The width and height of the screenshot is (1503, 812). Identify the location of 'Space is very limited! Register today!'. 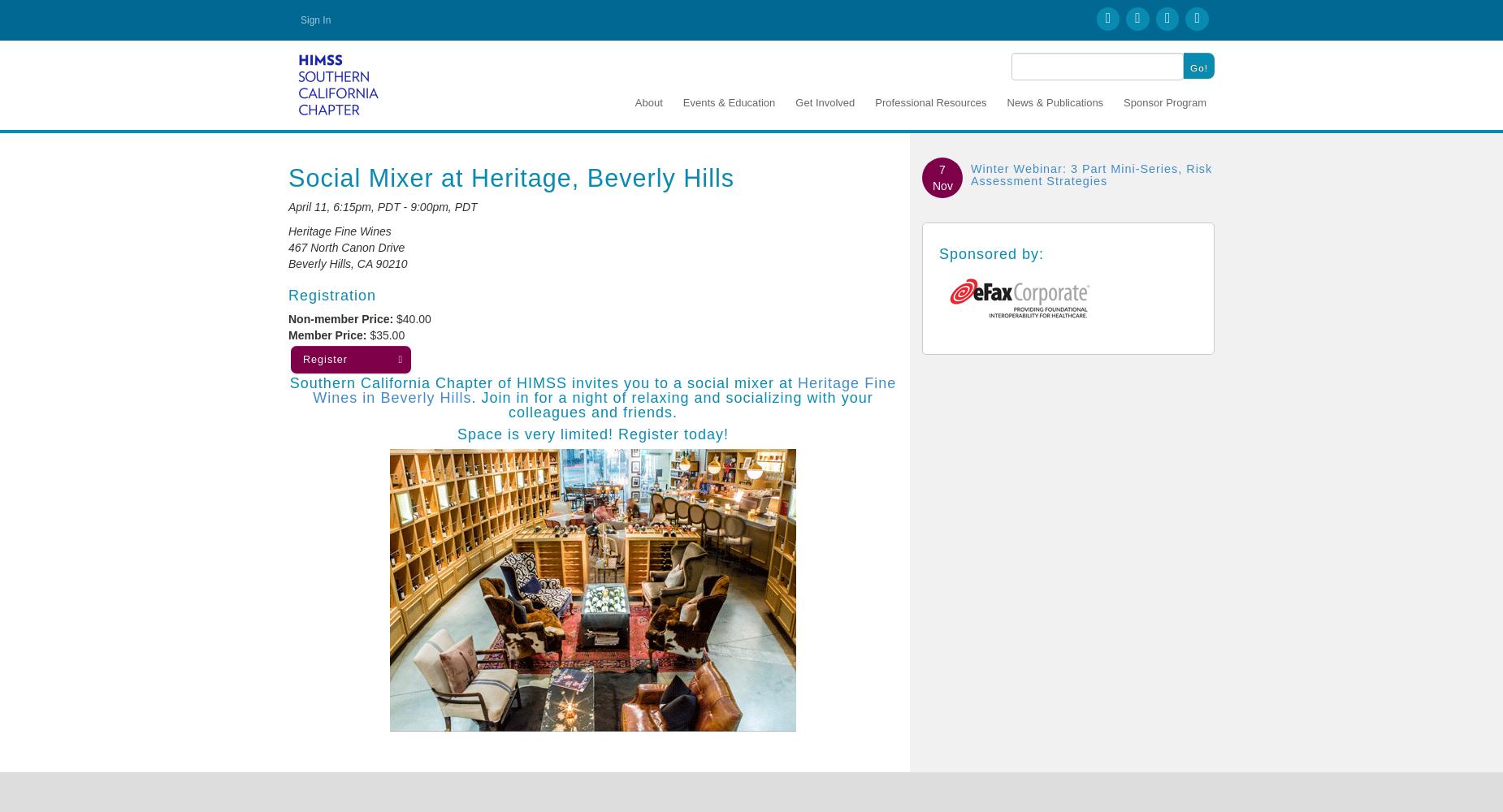
(592, 434).